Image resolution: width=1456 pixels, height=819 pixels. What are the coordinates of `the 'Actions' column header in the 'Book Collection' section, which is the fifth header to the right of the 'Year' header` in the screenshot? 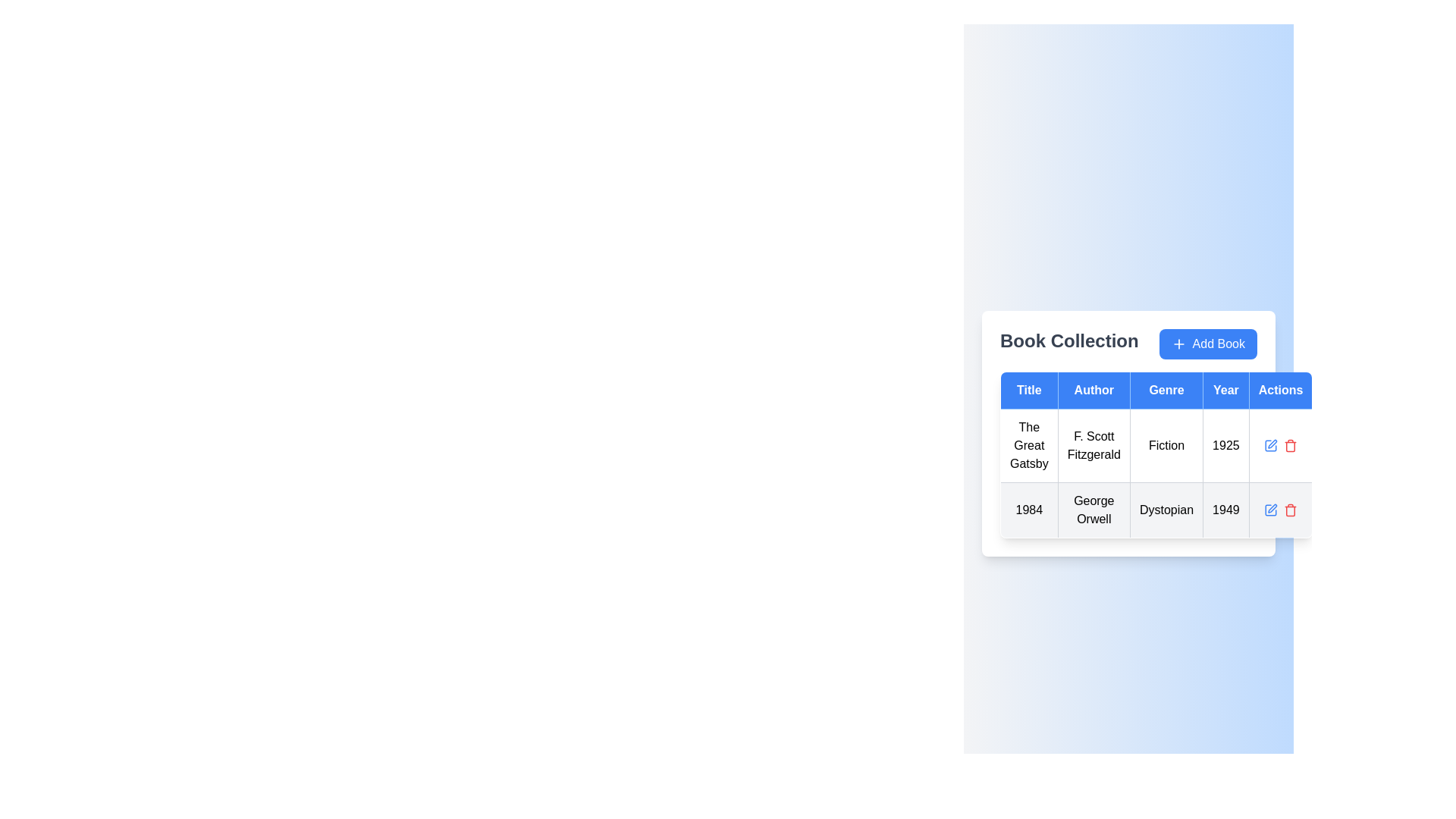 It's located at (1280, 390).